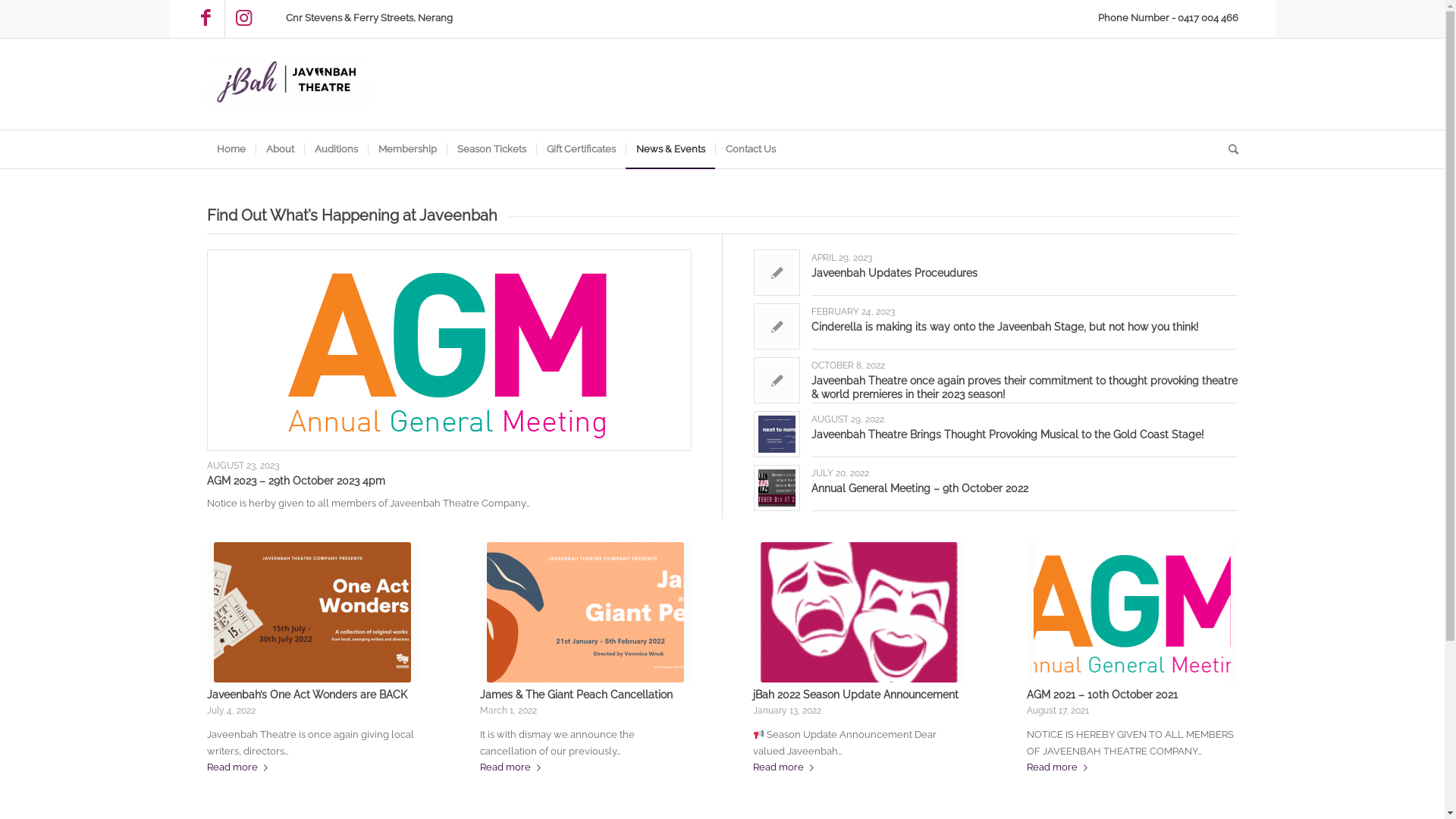  What do you see at coordinates (777, 271) in the screenshot?
I see `'Link to: Javeenbah Updates Proceudures'` at bounding box center [777, 271].